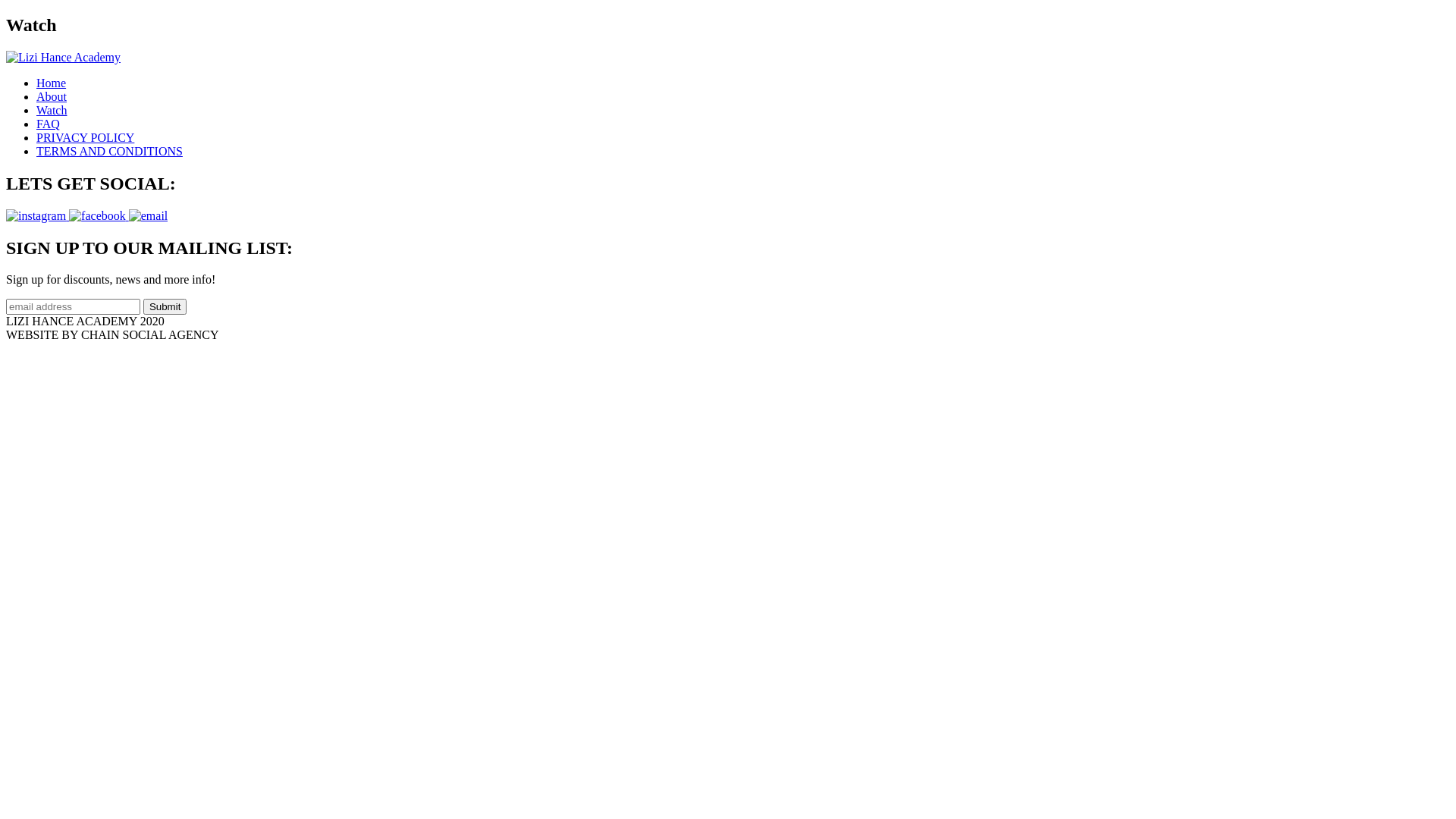  I want to click on 'Home', so click(36, 83).